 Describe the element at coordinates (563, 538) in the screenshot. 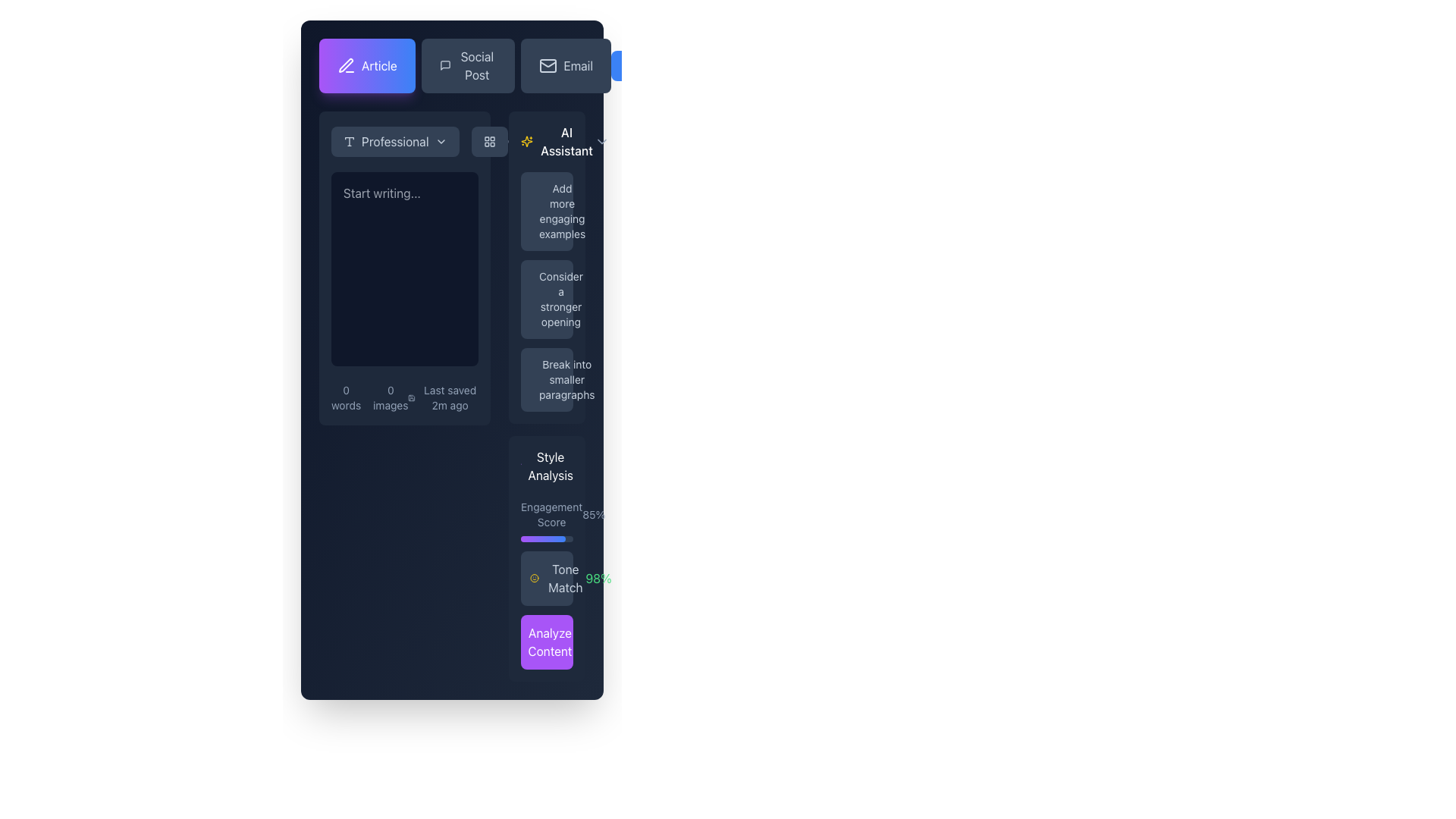

I see `the progression value` at that location.